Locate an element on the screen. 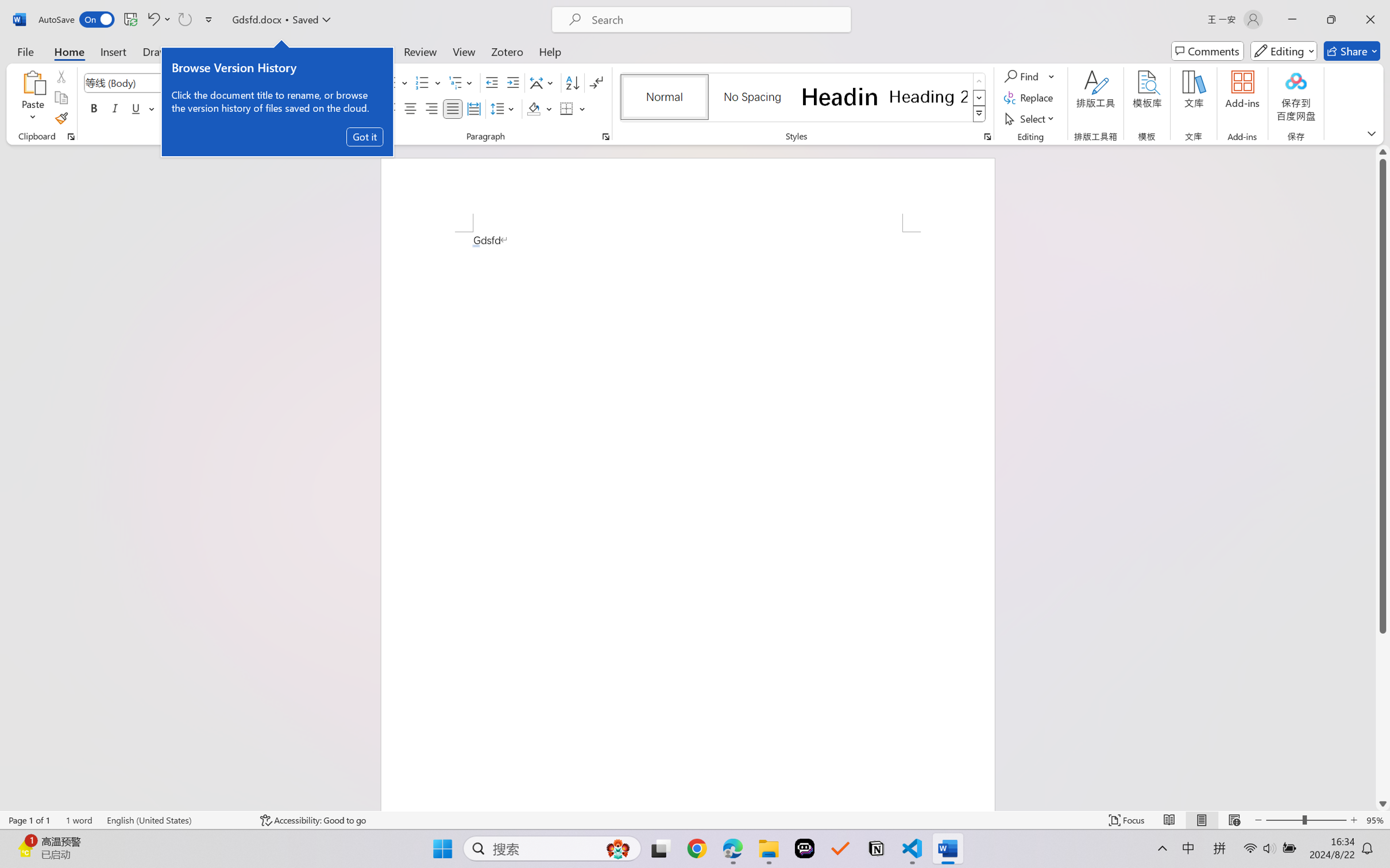 The width and height of the screenshot is (1390, 868). 'Row up' is located at coordinates (978, 81).